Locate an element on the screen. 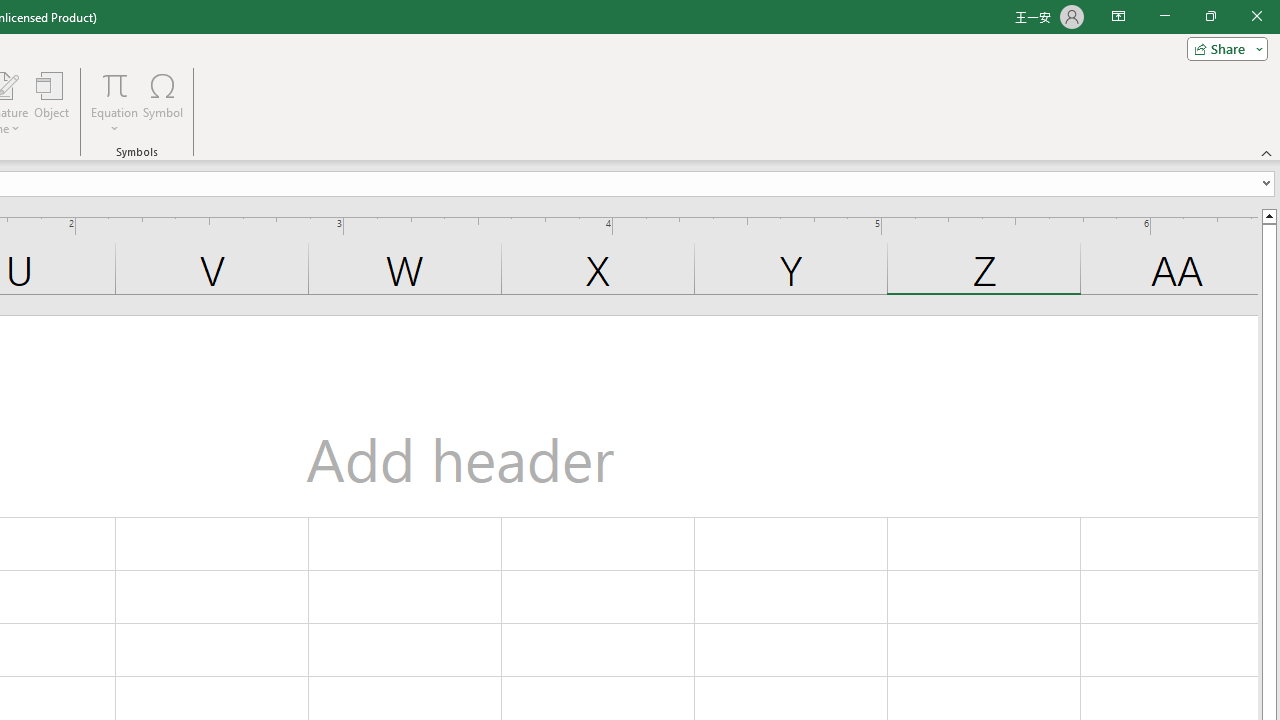 The image size is (1280, 720). 'Object...' is located at coordinates (51, 103).